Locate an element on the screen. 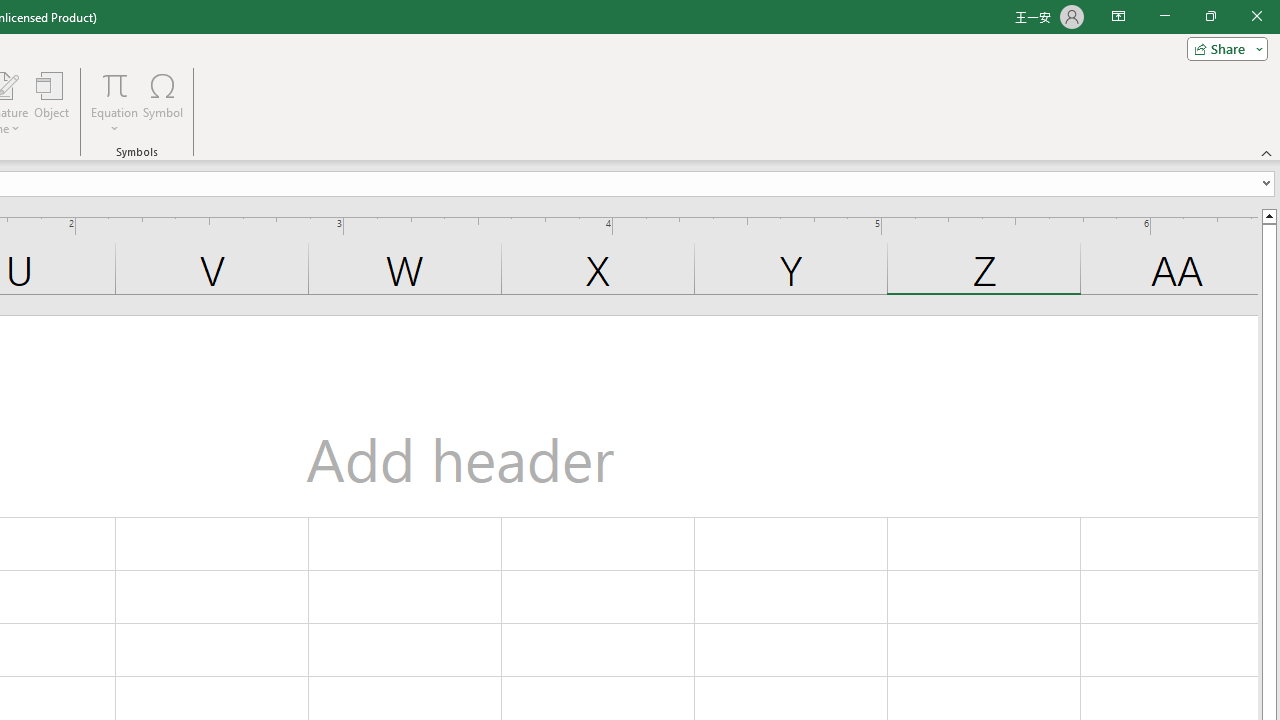 The image size is (1280, 720). 'Object...' is located at coordinates (51, 103).